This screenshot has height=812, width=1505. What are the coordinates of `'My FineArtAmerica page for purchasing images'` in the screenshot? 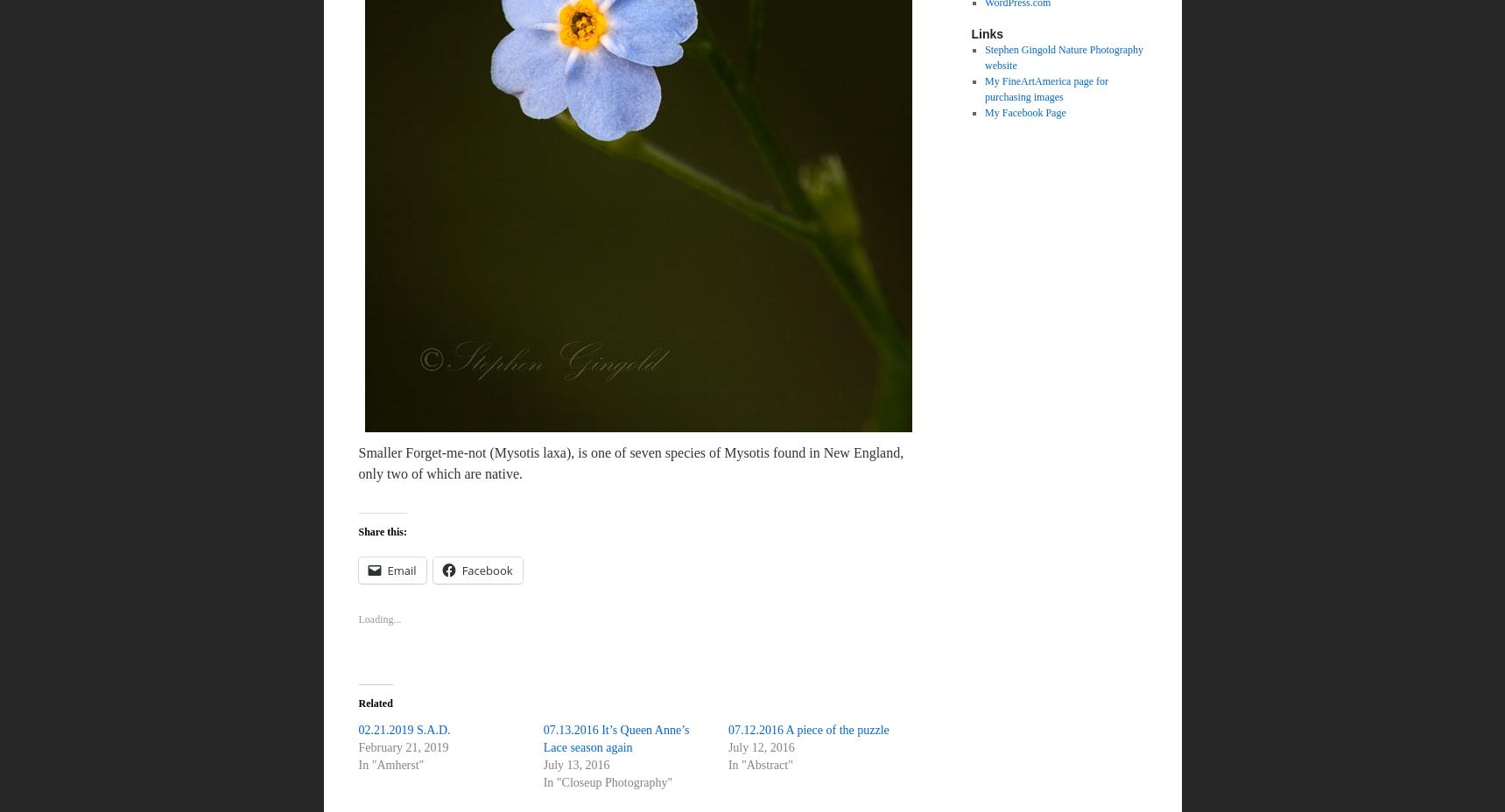 It's located at (1046, 87).